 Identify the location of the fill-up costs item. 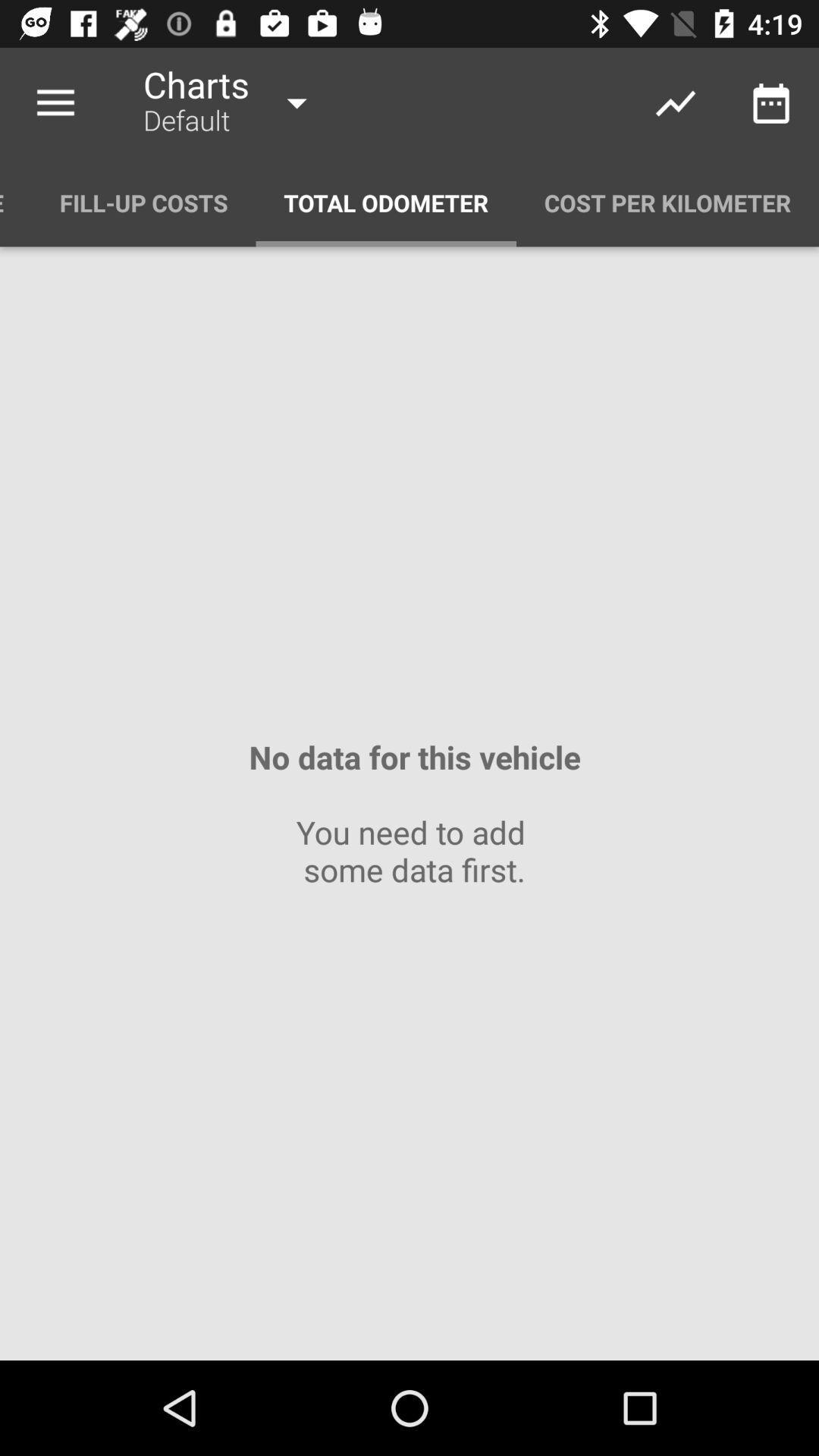
(143, 202).